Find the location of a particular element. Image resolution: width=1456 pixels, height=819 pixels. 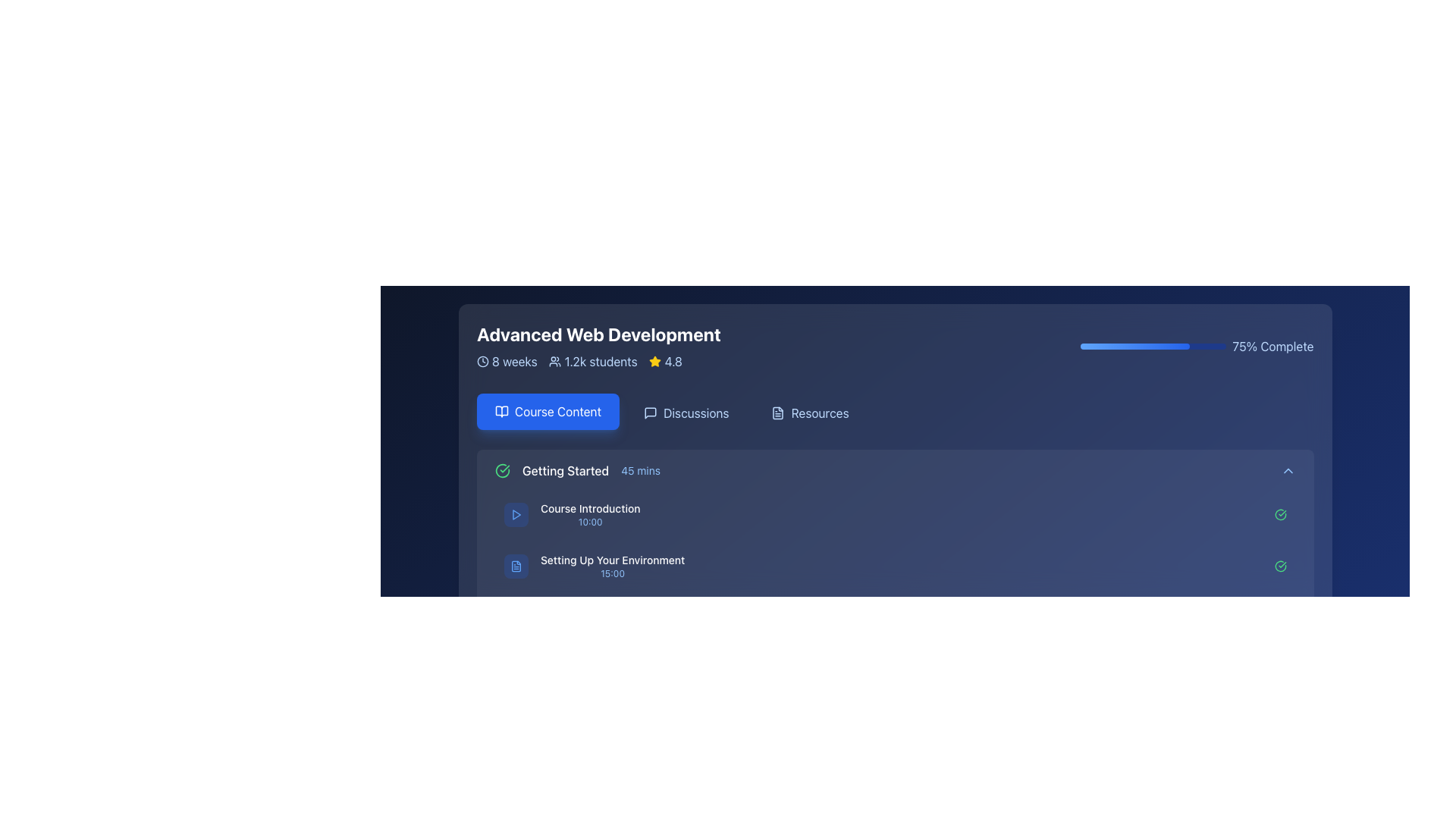

the SVG circle element that is part of the clock icon, which is located to the left of the '8 weeks' text in the Advanced Web Development section is located at coordinates (482, 362).